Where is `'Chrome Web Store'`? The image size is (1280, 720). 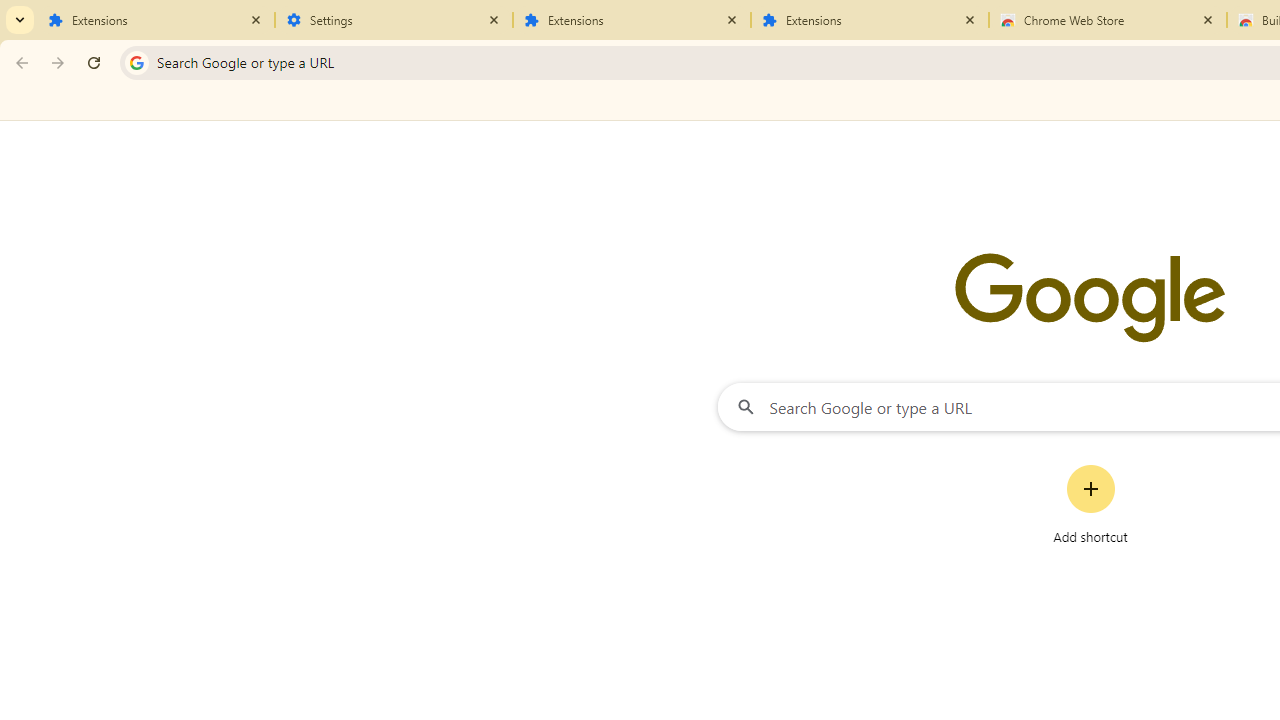 'Chrome Web Store' is located at coordinates (1107, 20).